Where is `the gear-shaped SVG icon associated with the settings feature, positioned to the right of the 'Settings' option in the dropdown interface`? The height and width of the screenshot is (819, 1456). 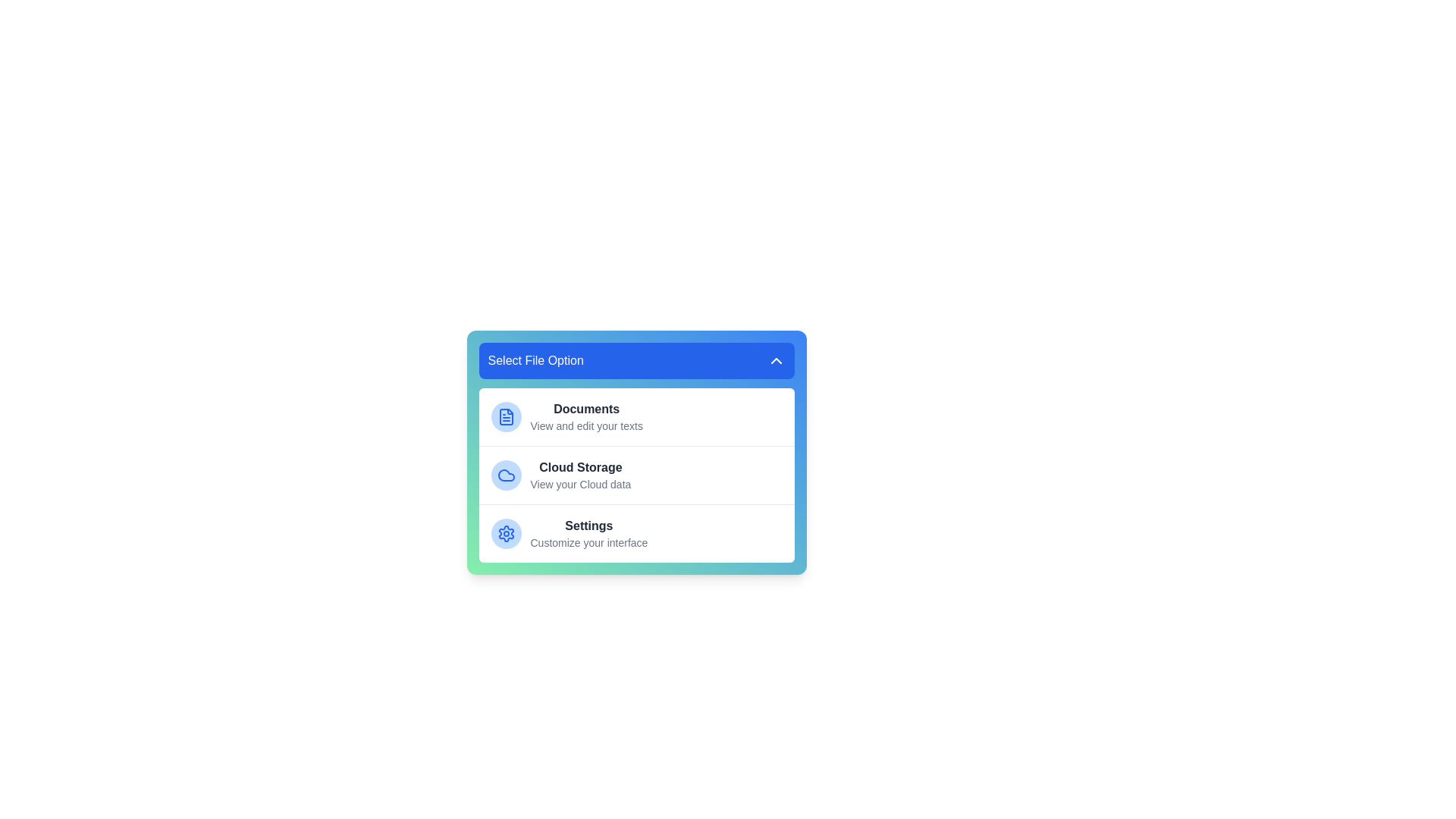 the gear-shaped SVG icon associated with the settings feature, positioned to the right of the 'Settings' option in the dropdown interface is located at coordinates (506, 533).